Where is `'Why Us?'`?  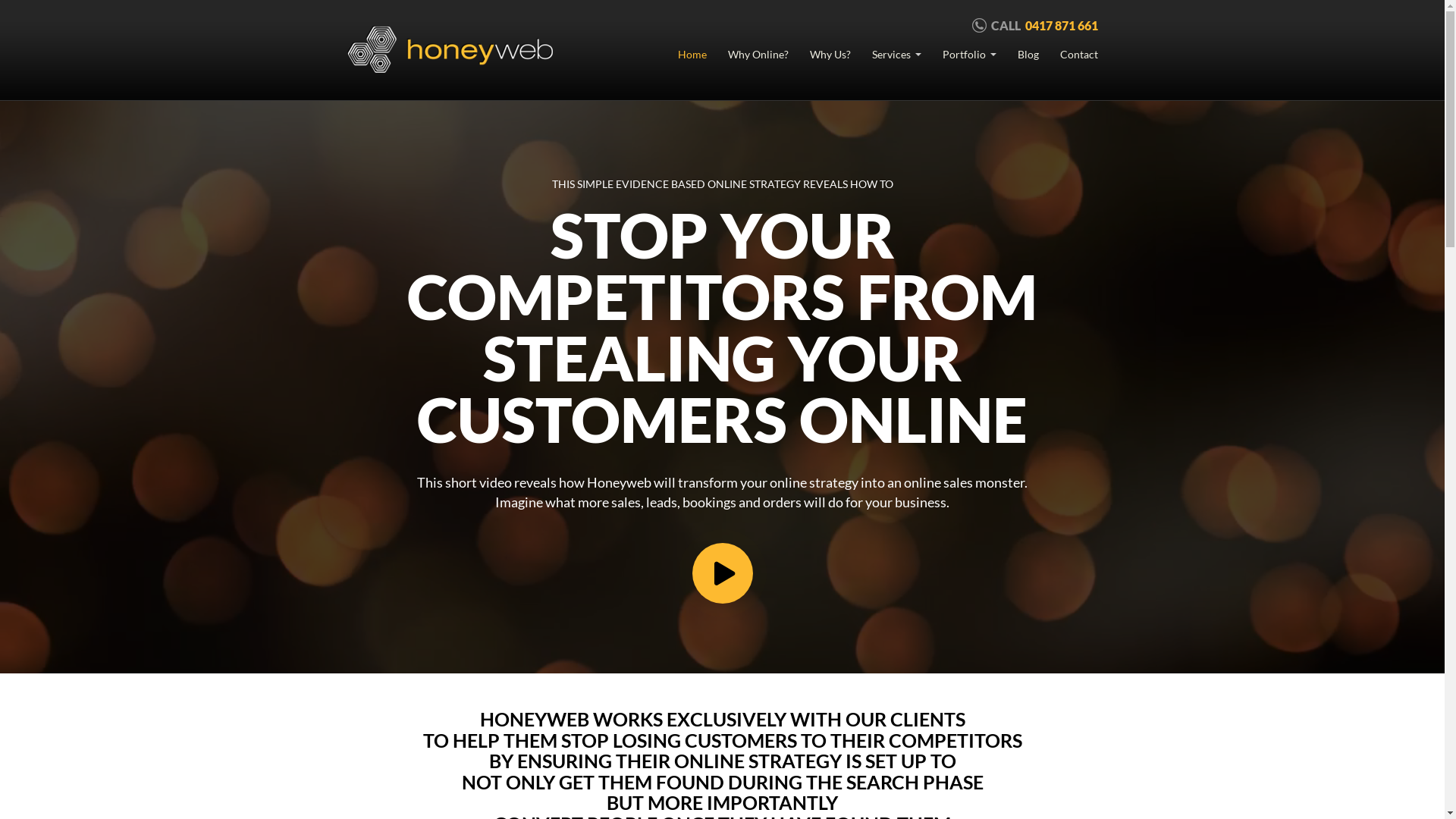 'Why Us?' is located at coordinates (829, 54).